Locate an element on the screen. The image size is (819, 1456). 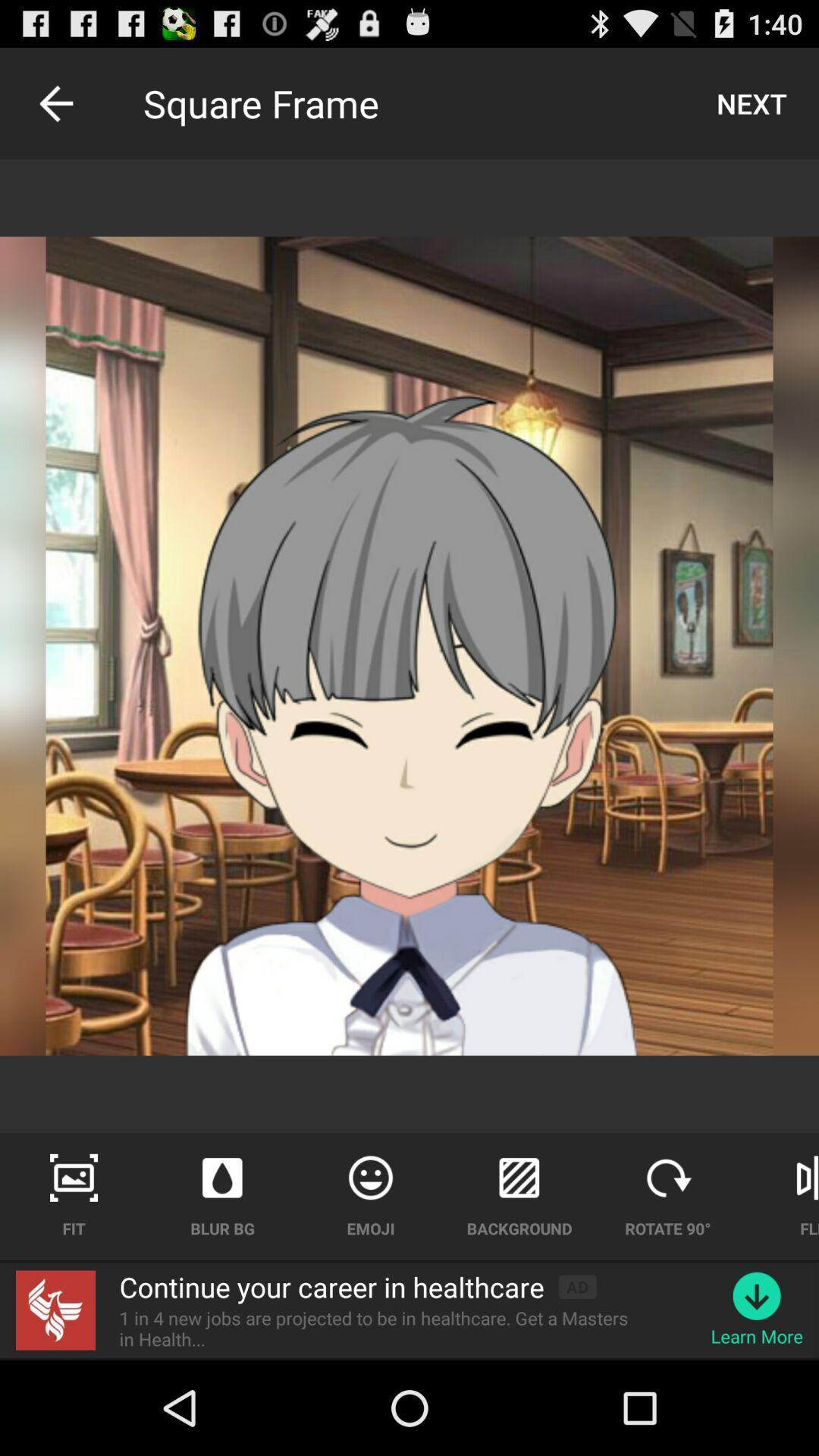
the item next to the continue your career is located at coordinates (577, 1286).